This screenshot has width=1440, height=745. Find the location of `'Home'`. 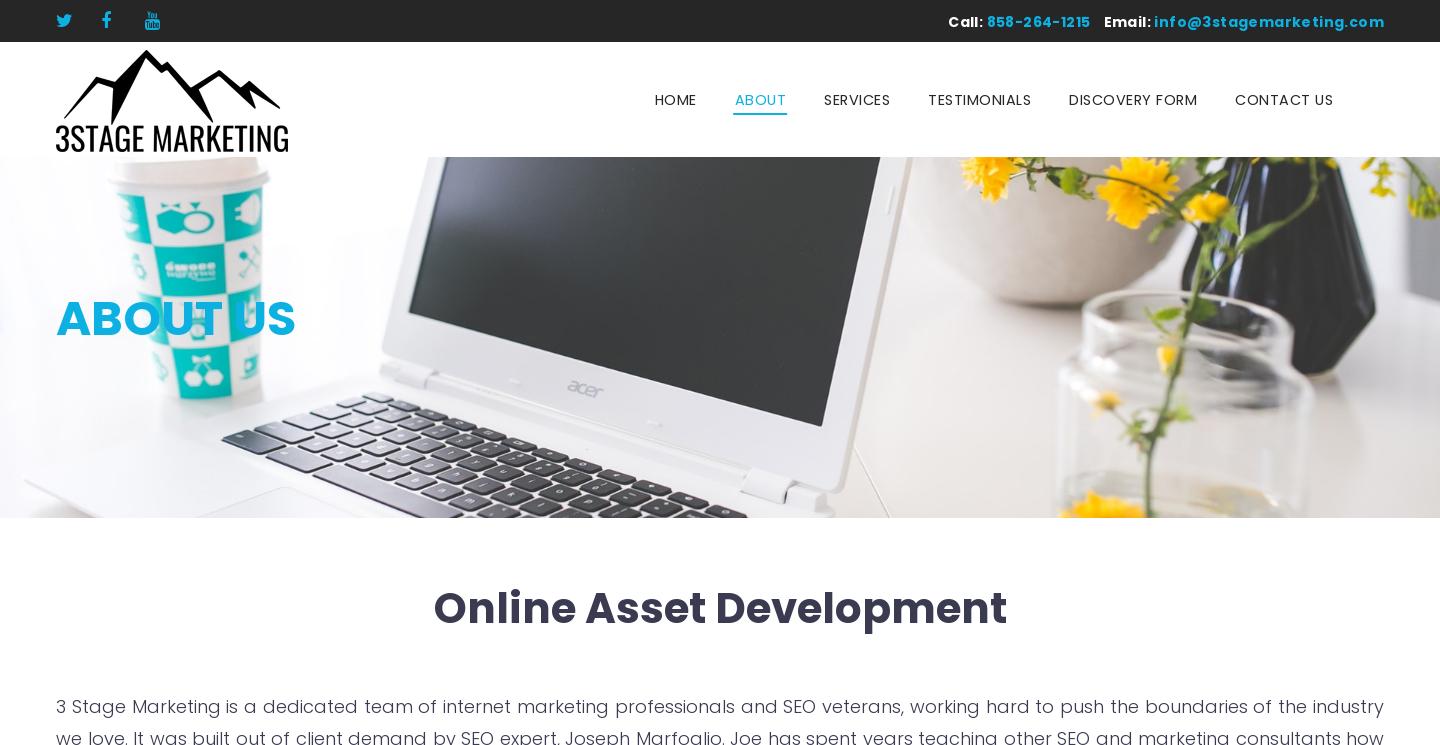

'Home' is located at coordinates (675, 99).